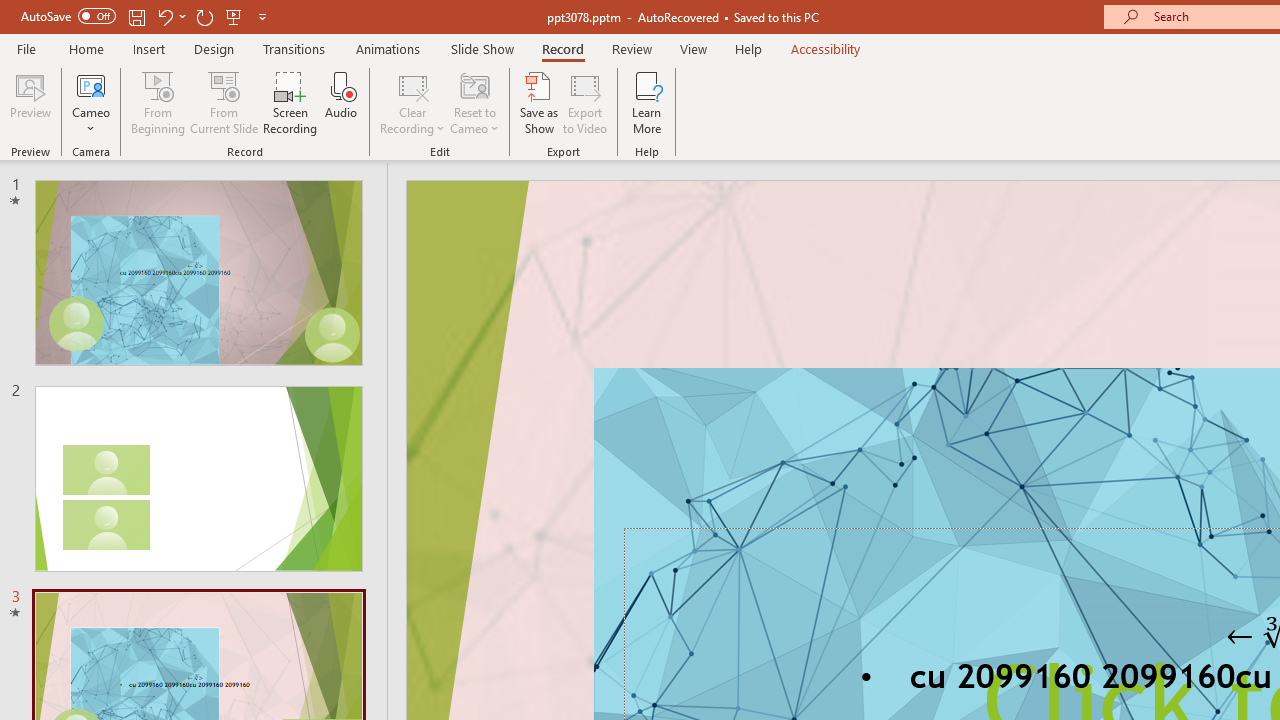 This screenshot has height=720, width=1280. Describe the element at coordinates (294, 48) in the screenshot. I see `'Transitions'` at that location.